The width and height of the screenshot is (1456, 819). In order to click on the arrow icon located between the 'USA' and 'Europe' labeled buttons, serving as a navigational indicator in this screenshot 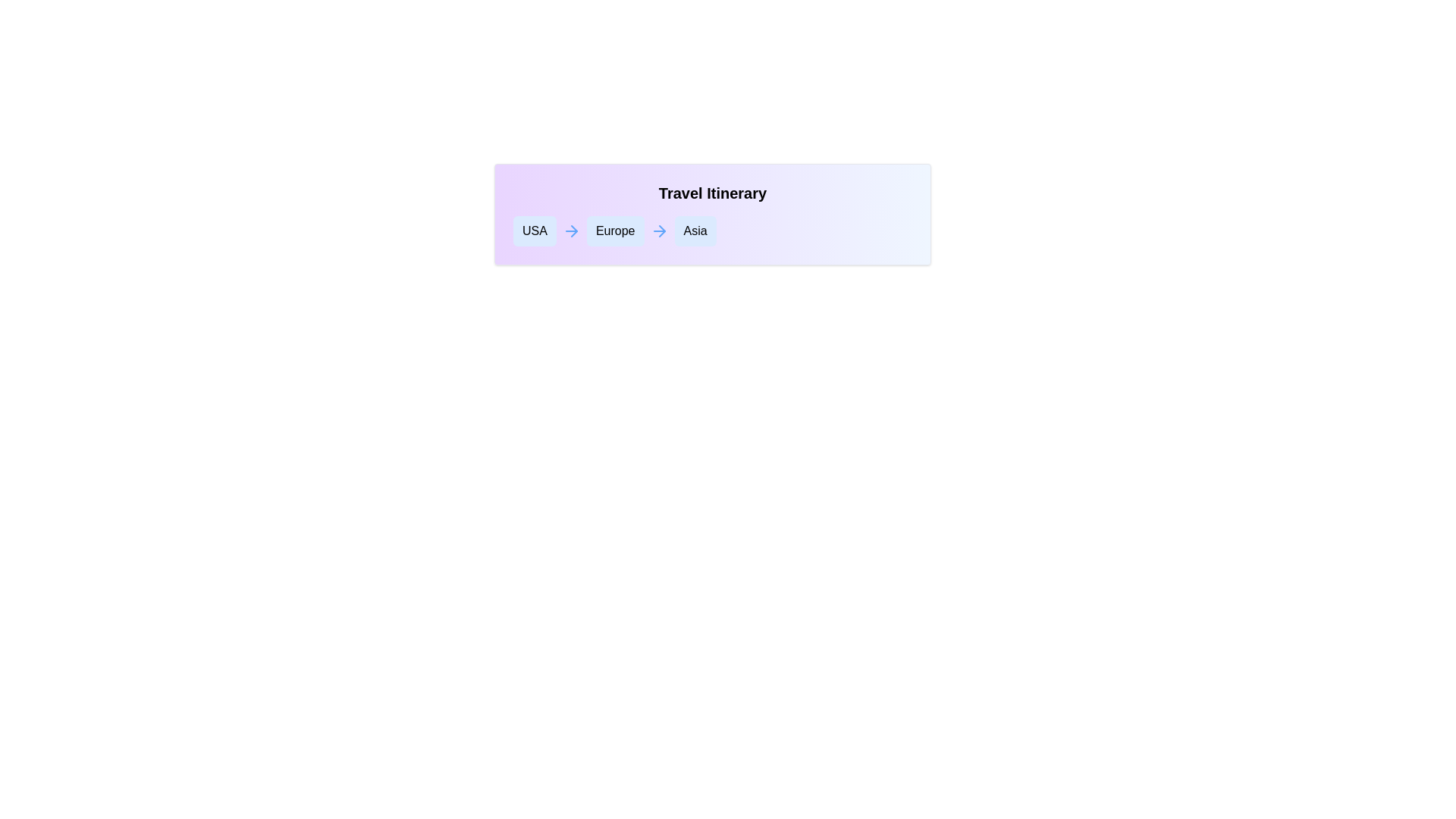, I will do `click(570, 231)`.